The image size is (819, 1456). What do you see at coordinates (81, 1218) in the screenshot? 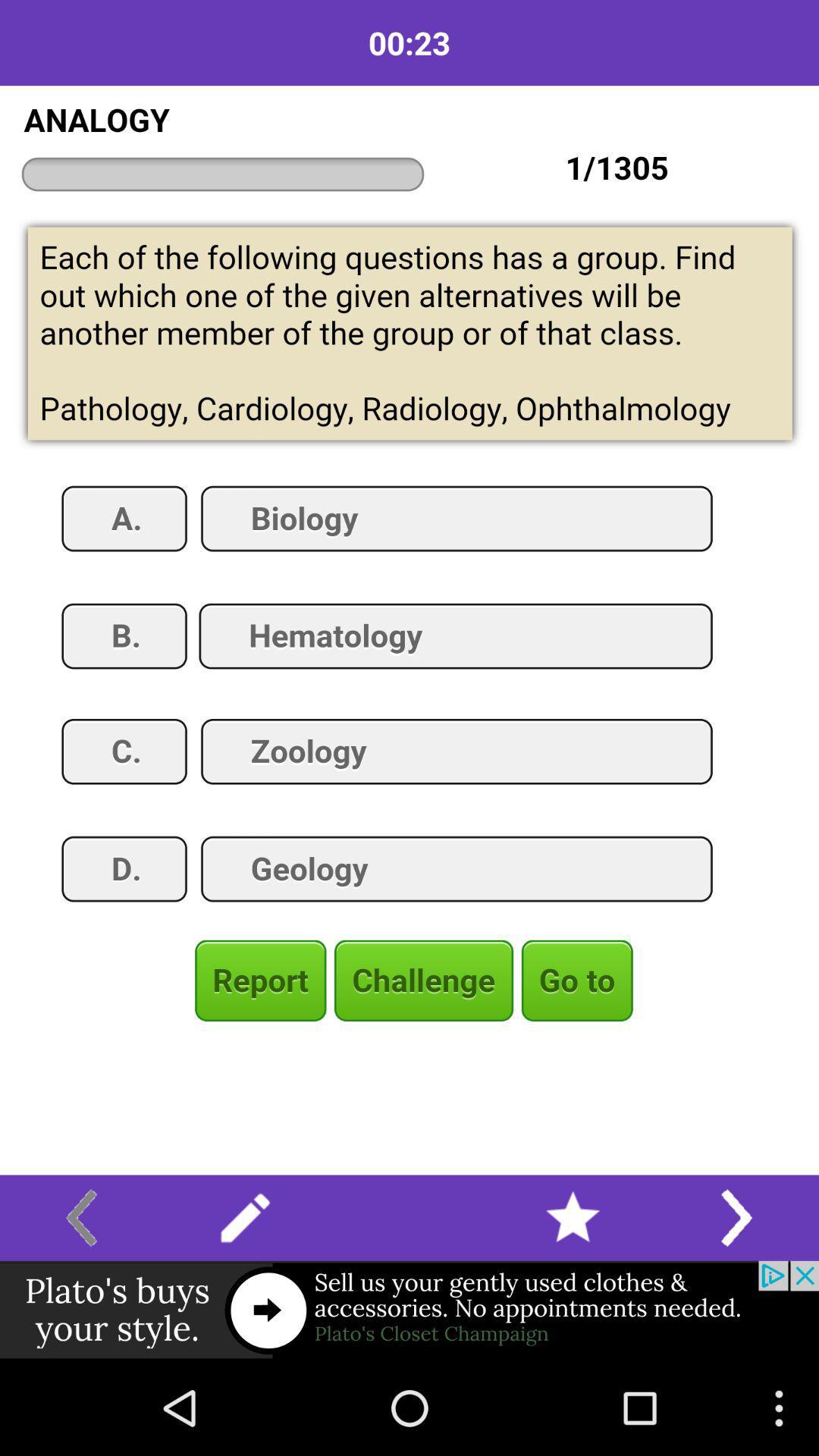
I see `go back` at bounding box center [81, 1218].